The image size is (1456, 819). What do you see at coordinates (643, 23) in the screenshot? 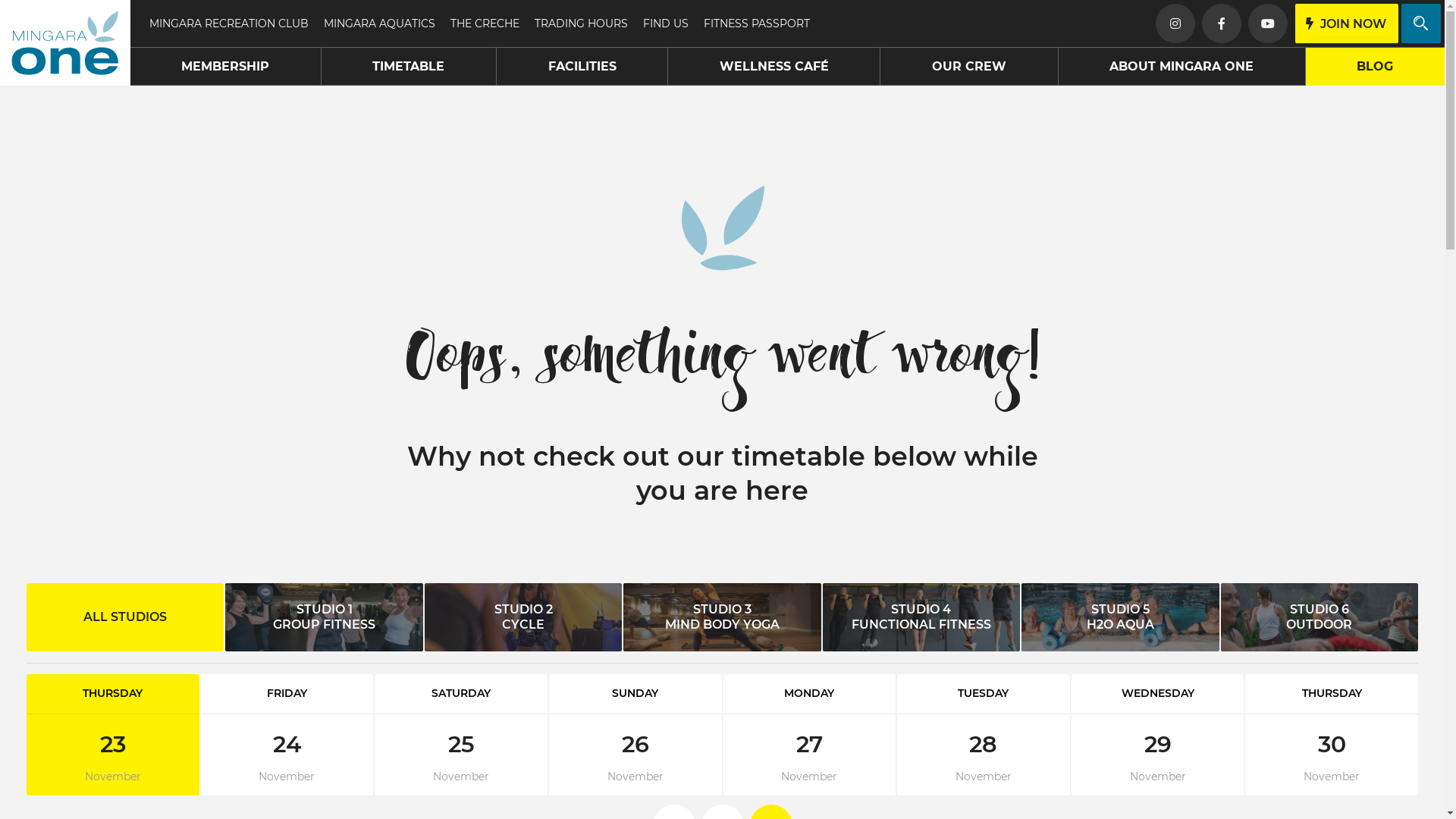
I see `'FIND US'` at bounding box center [643, 23].